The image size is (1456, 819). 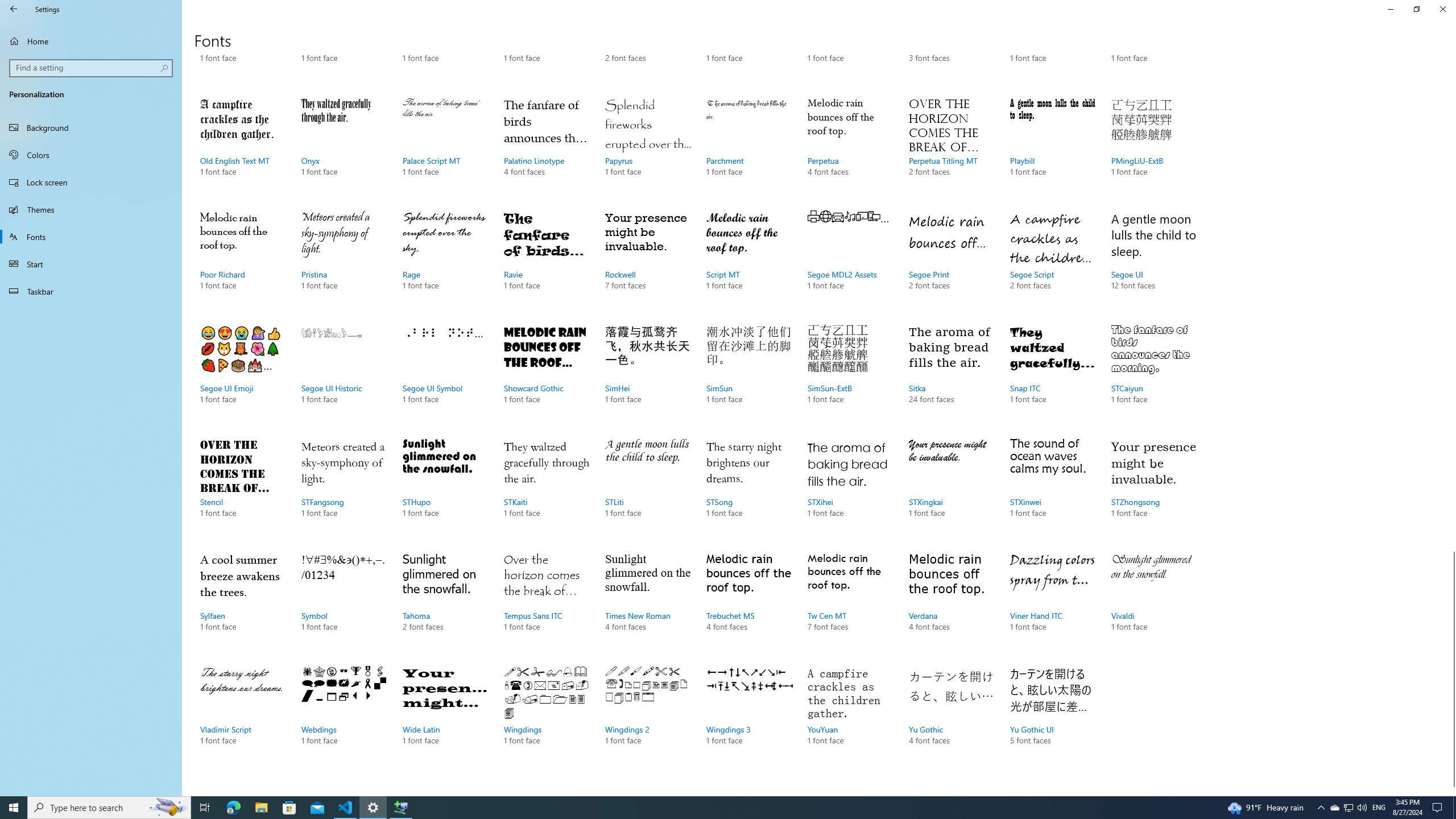 What do you see at coordinates (445, 603) in the screenshot?
I see `'Tahoma, 2 font faces'` at bounding box center [445, 603].